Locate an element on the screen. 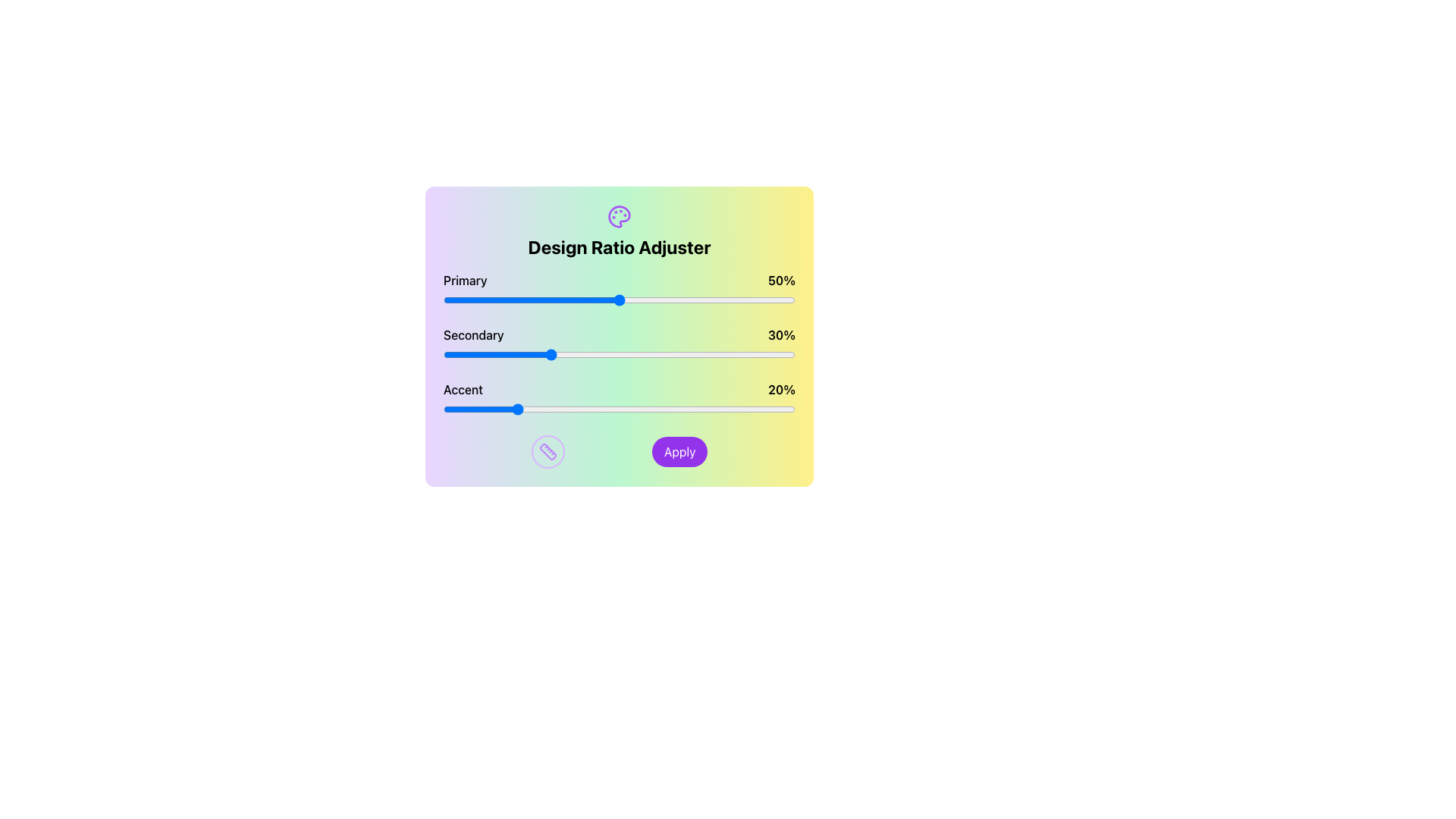 The image size is (1456, 819). the accent ratio slider is located at coordinates (576, 409).